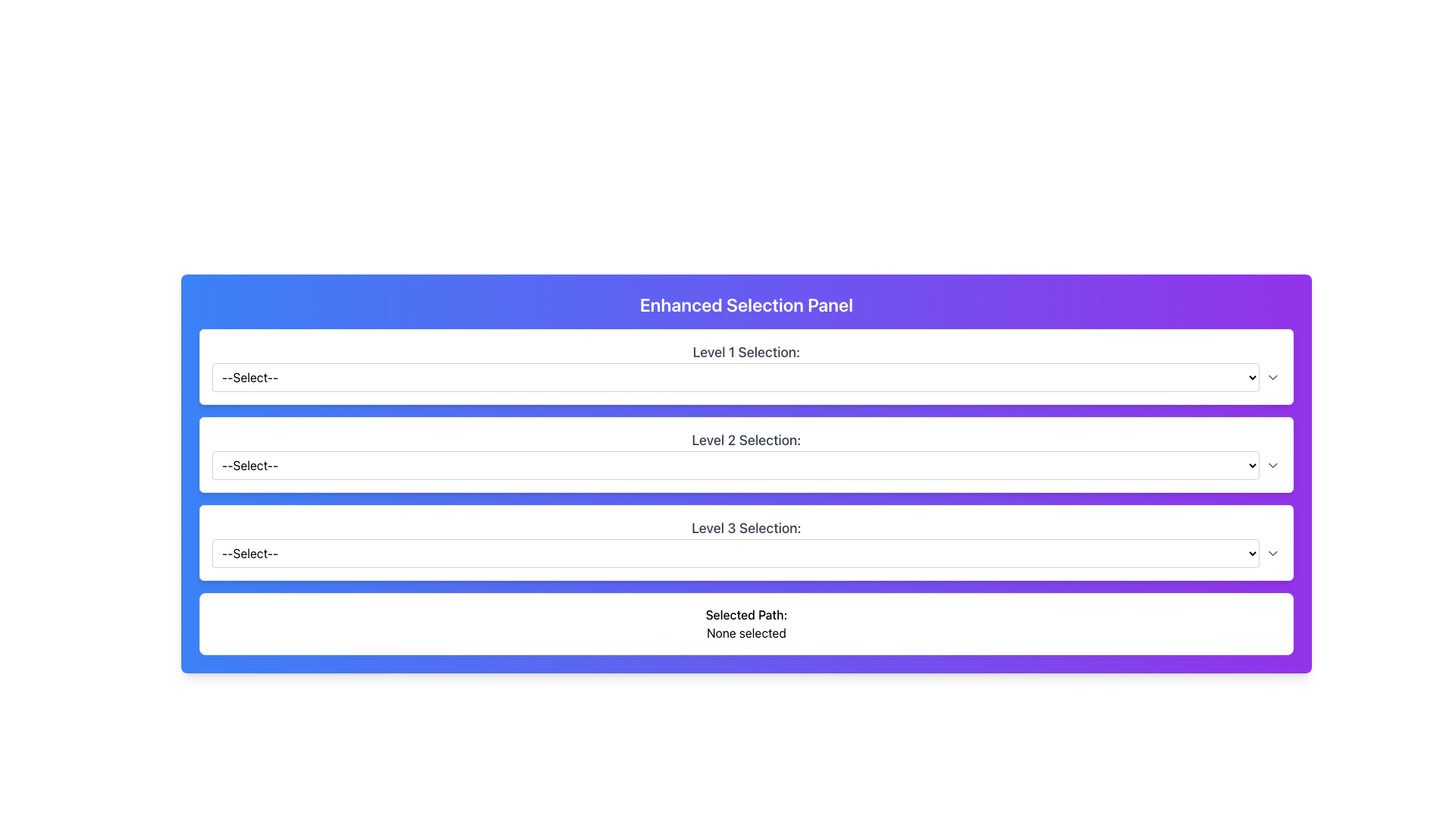 This screenshot has height=819, width=1456. I want to click on the dropdown menu titled 'Level 2 Selection' that displays the text '--Select--Electronics', so click(736, 464).